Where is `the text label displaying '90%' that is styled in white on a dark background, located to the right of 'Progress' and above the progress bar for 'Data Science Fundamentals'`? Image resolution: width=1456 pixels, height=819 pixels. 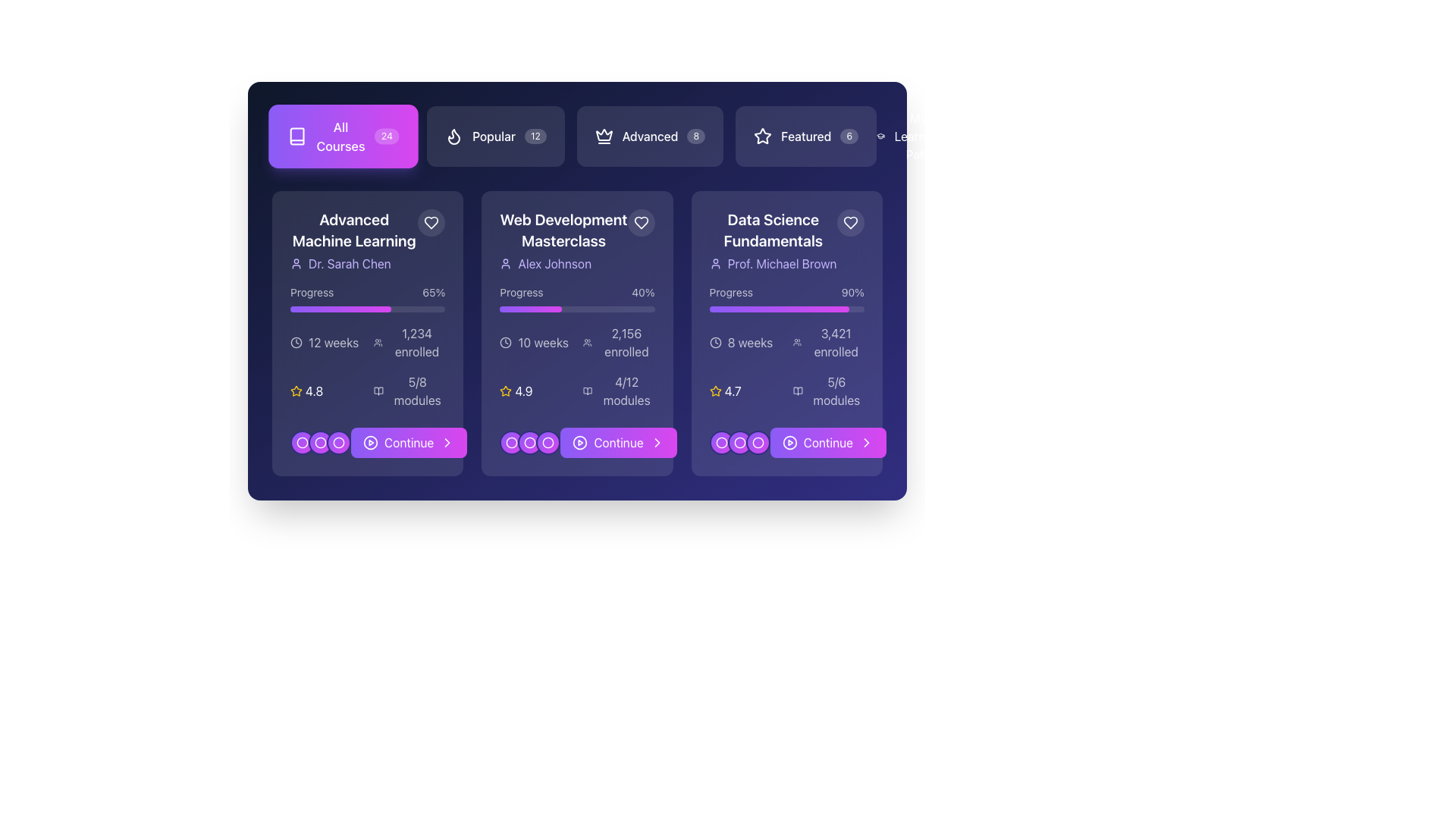 the text label displaying '90%' that is styled in white on a dark background, located to the right of 'Progress' and above the progress bar for 'Data Science Fundamentals' is located at coordinates (852, 292).